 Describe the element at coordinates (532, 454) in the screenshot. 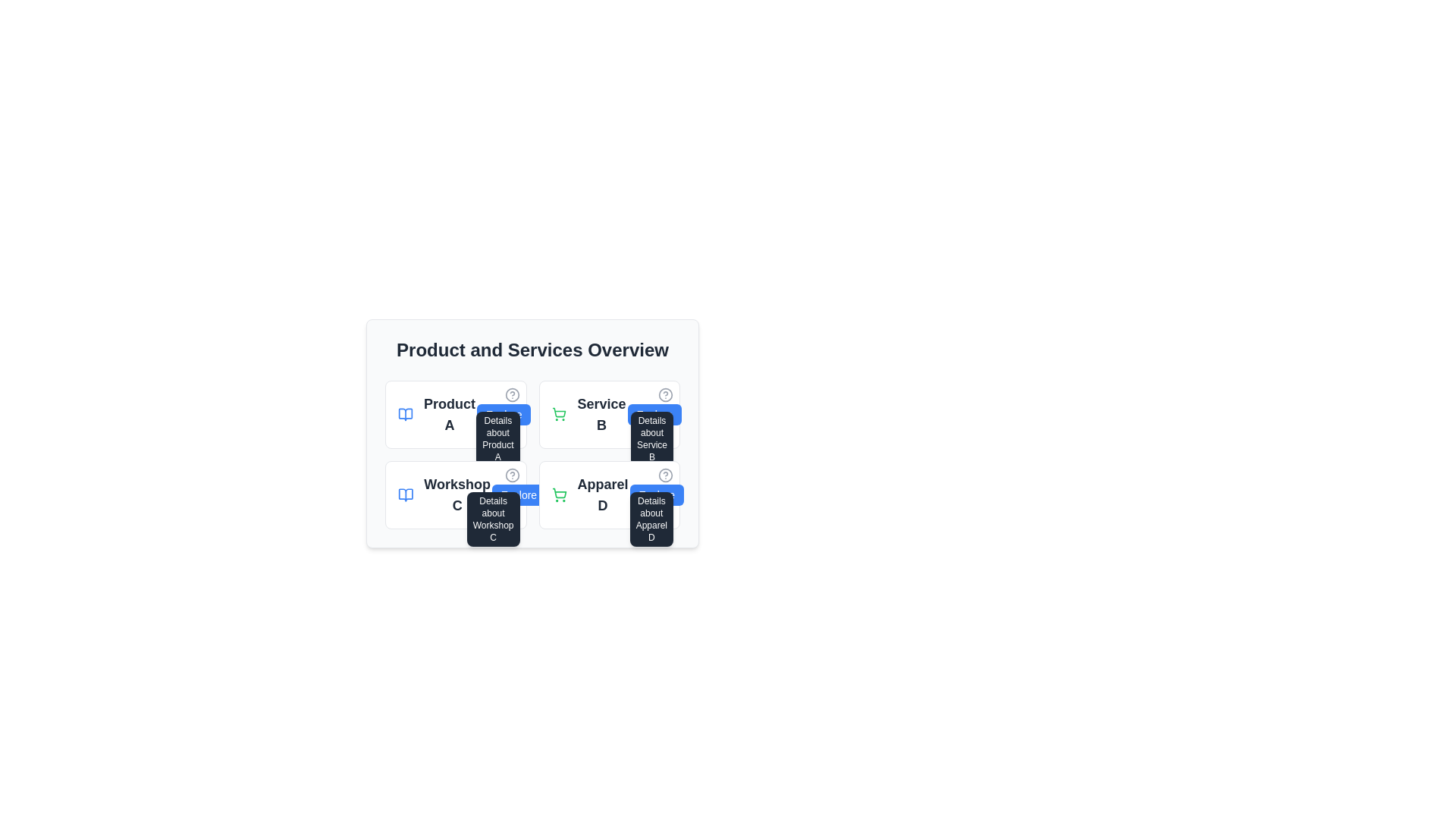

I see `details presented in the 'Workshop C' card layout, which includes an interactive 'Explore' button located in the bottom-left cell of the grid under 'Product and Services Overview.'` at that location.